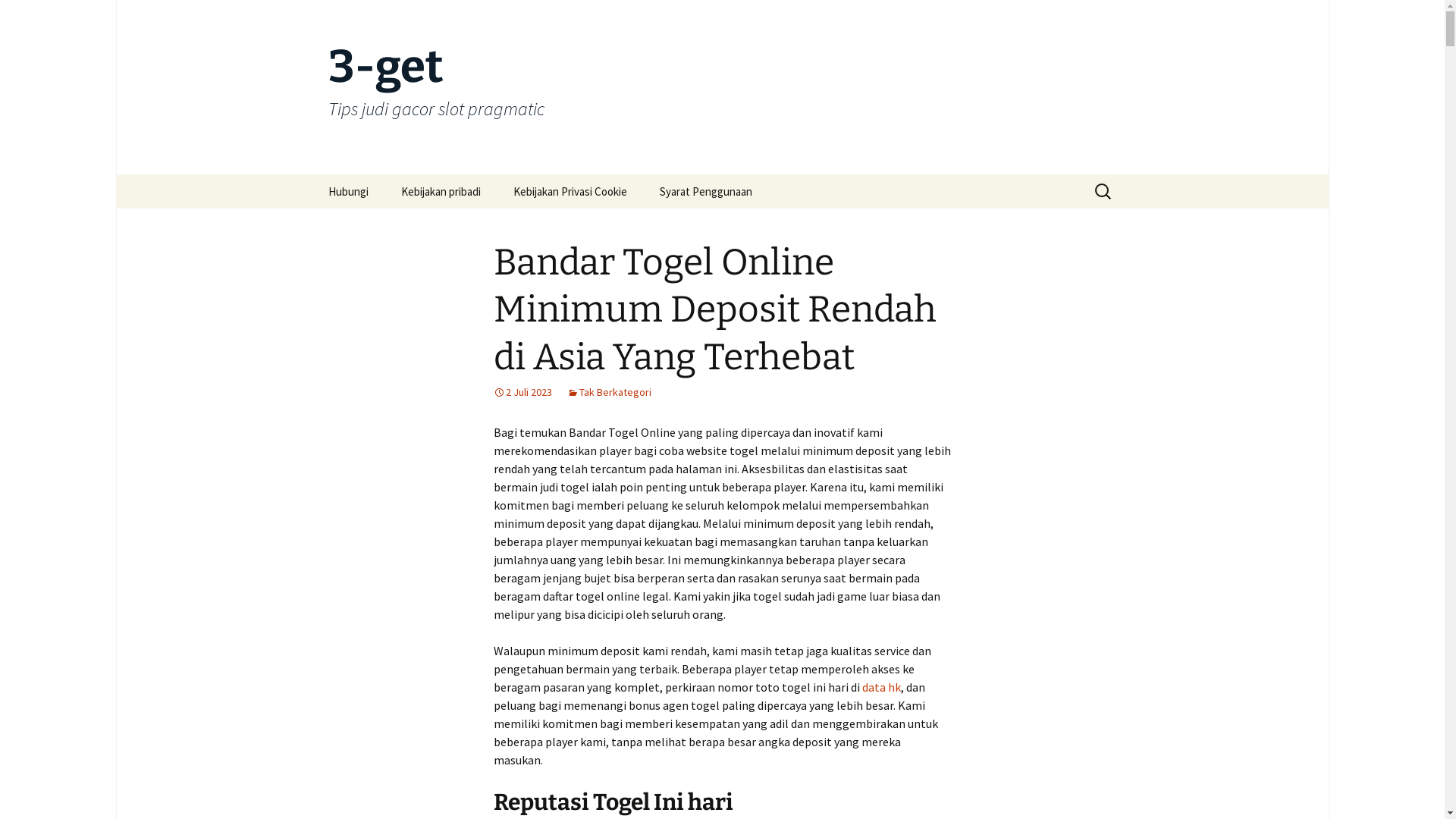  What do you see at coordinates (347, 190) in the screenshot?
I see `'Hubungi'` at bounding box center [347, 190].